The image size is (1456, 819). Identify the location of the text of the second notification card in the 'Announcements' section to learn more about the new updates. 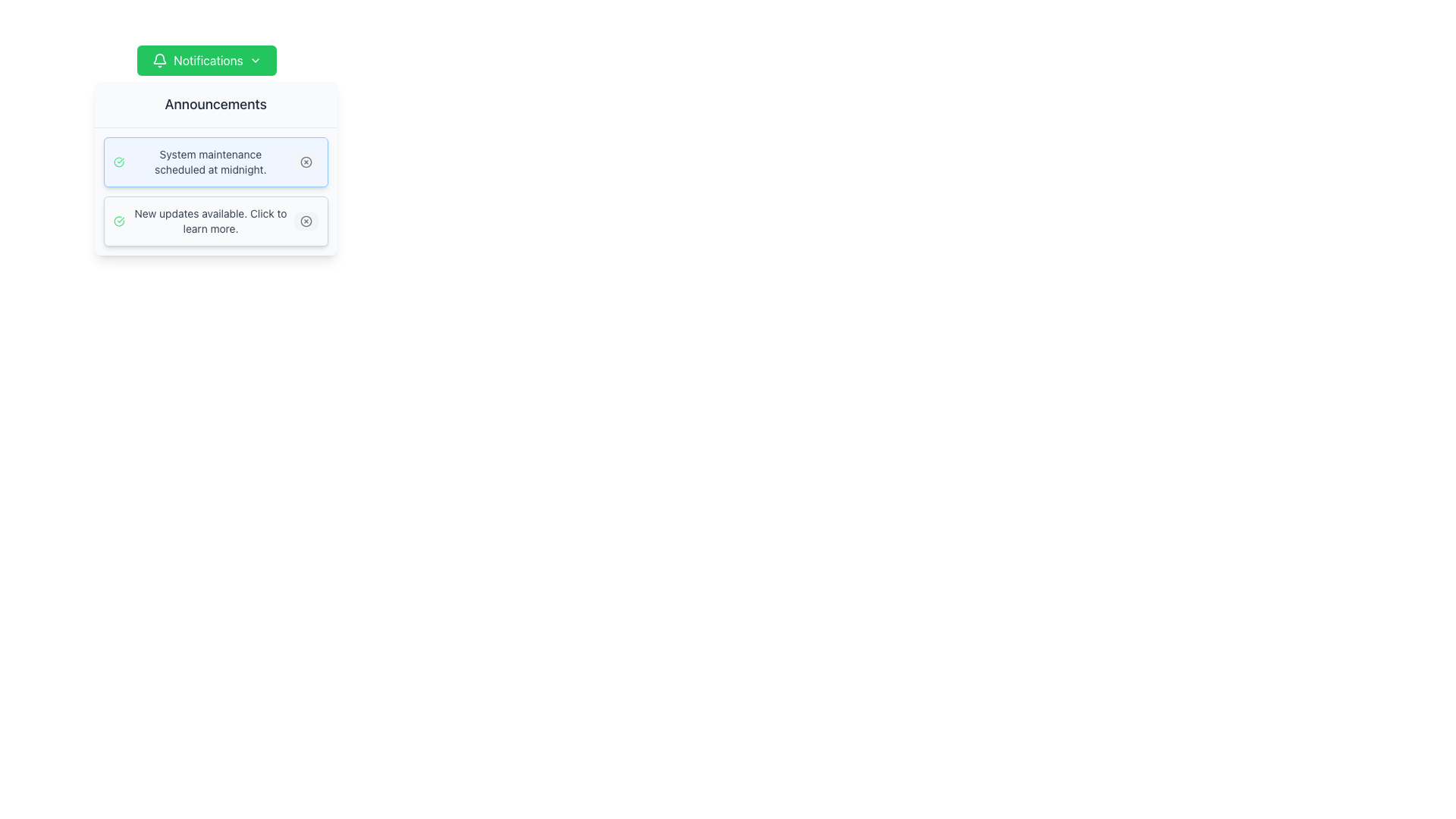
(215, 221).